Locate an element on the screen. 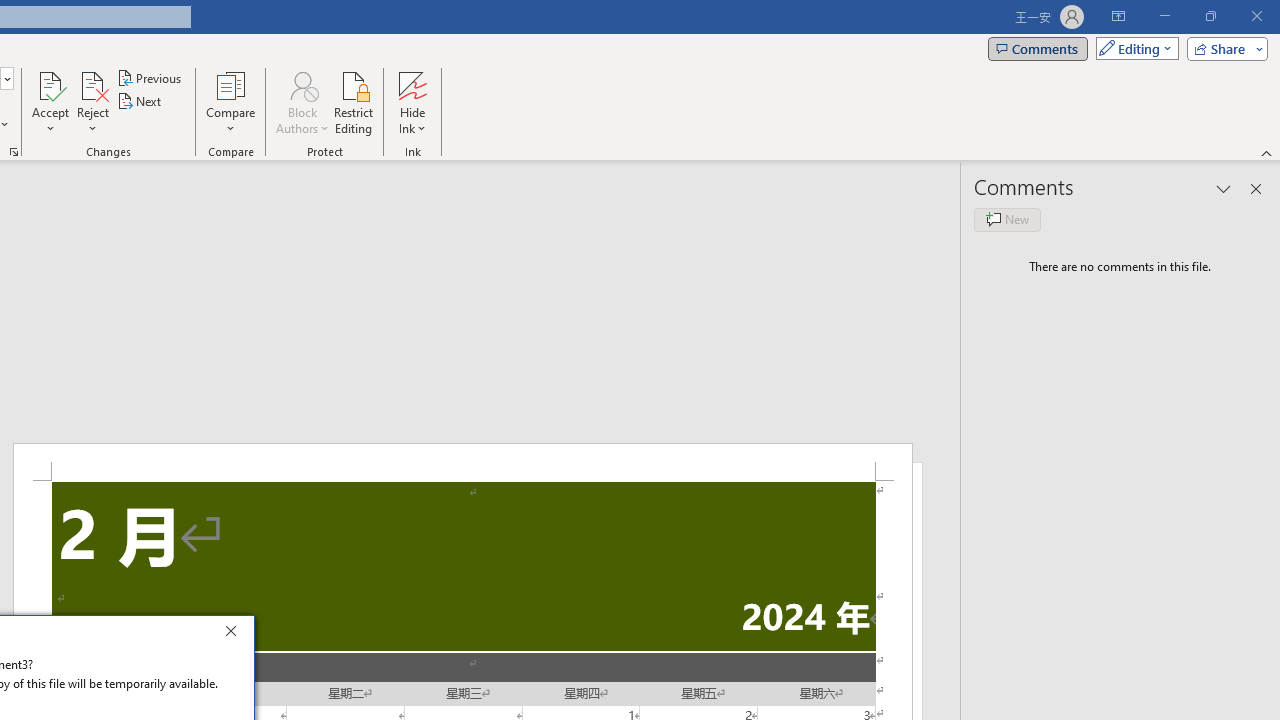 The image size is (1280, 720). 'New comment' is located at coordinates (1007, 219).